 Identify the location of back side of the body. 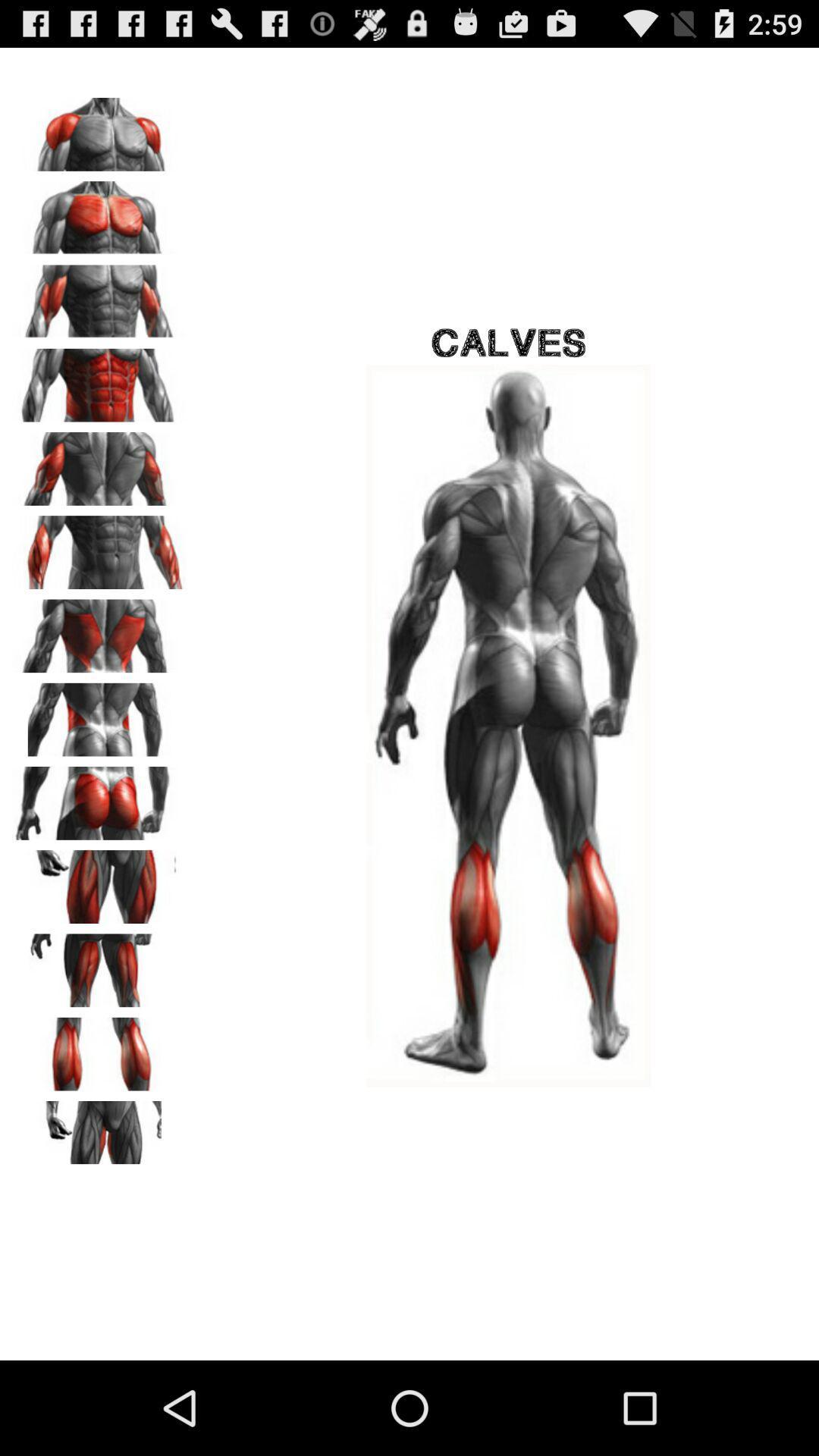
(99, 463).